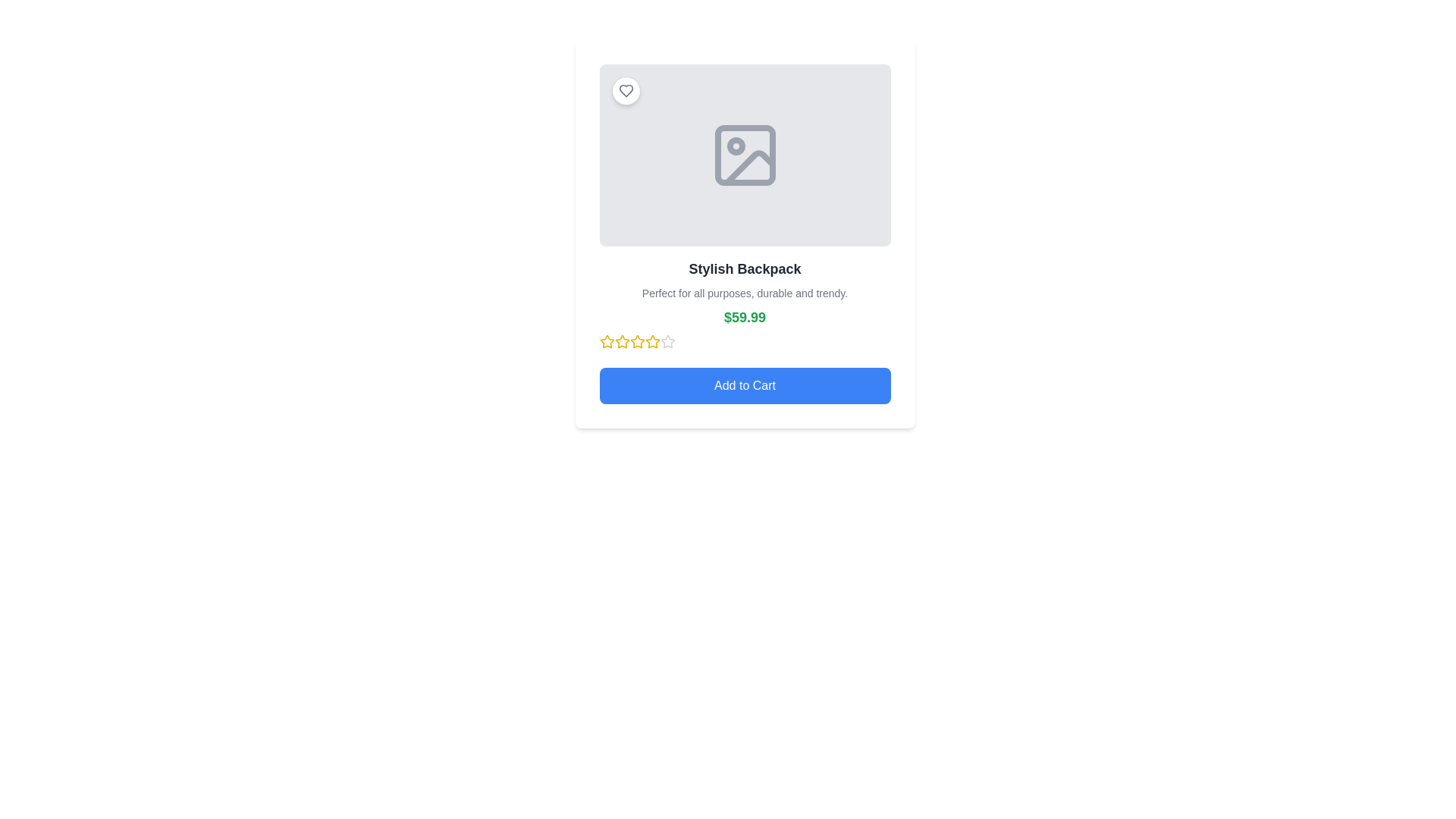 The width and height of the screenshot is (1456, 819). What do you see at coordinates (667, 341) in the screenshot?
I see `the second star icon in the rating star component to set a two-star rating for the product being reviewed` at bounding box center [667, 341].